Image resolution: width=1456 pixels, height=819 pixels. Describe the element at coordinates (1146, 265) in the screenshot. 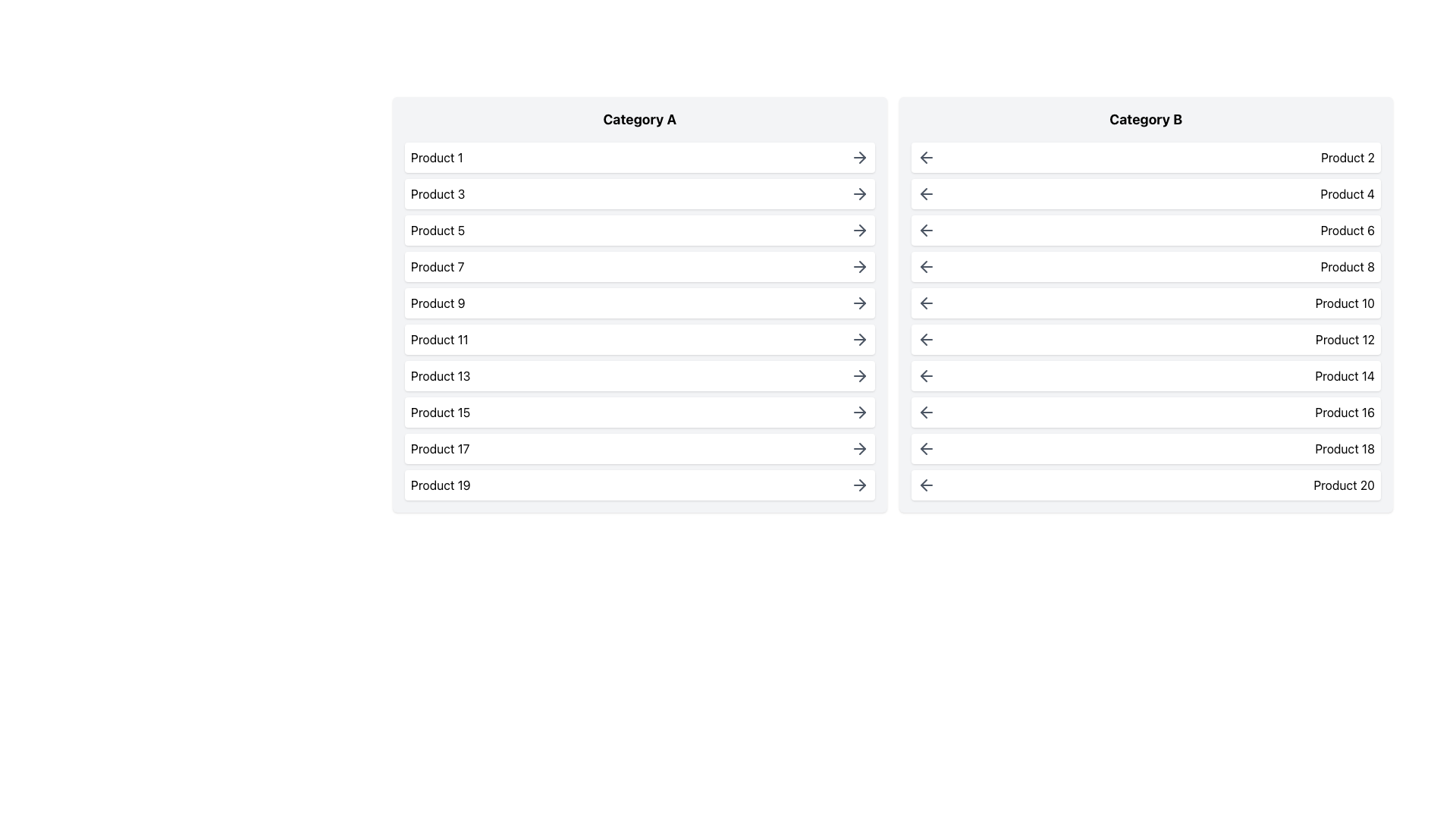

I see `the fourth list item labeled 'Product 8' in the 'Category B' column` at that location.